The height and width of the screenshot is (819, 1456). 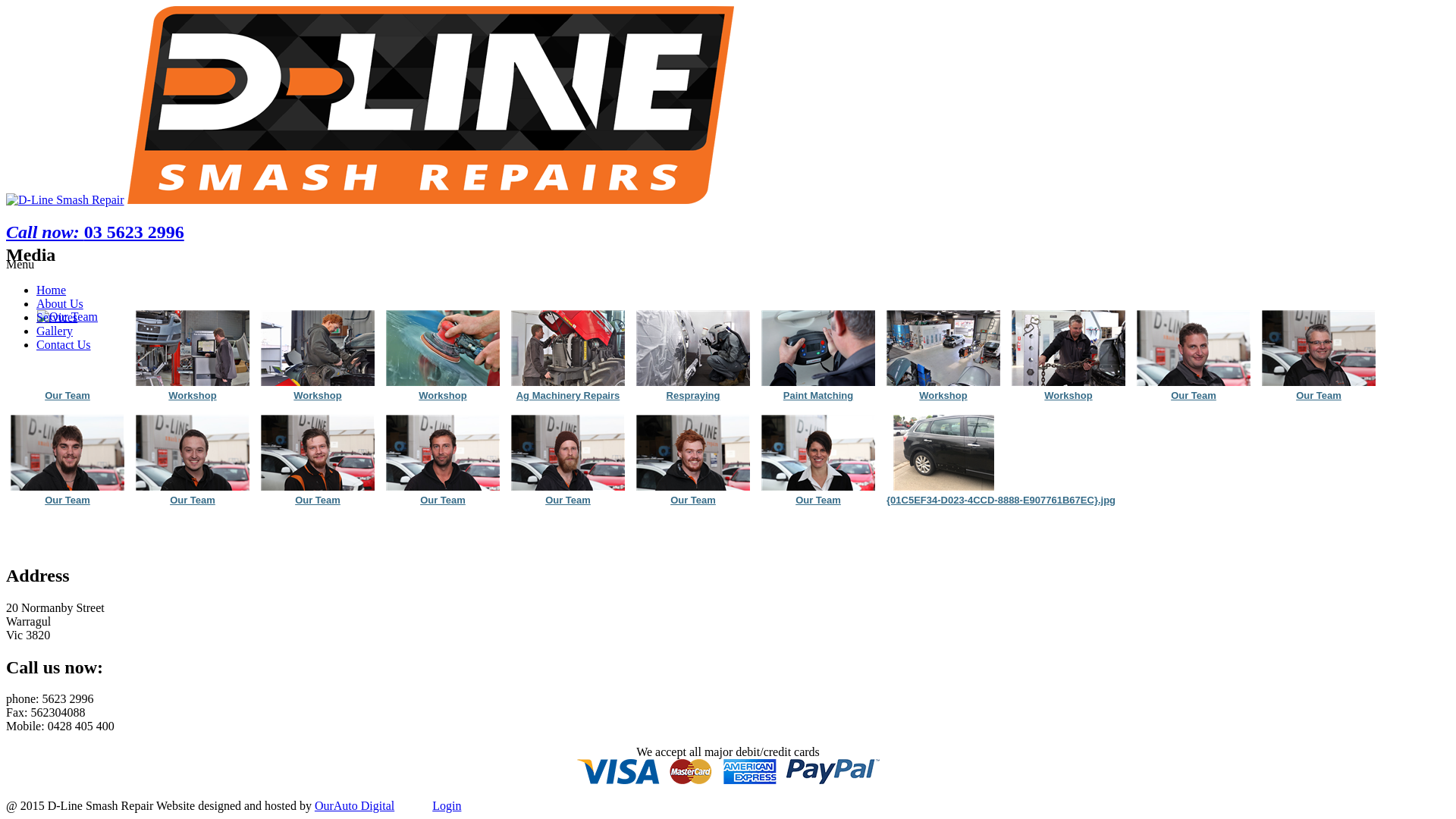 I want to click on 'Gallery', so click(x=55, y=330).